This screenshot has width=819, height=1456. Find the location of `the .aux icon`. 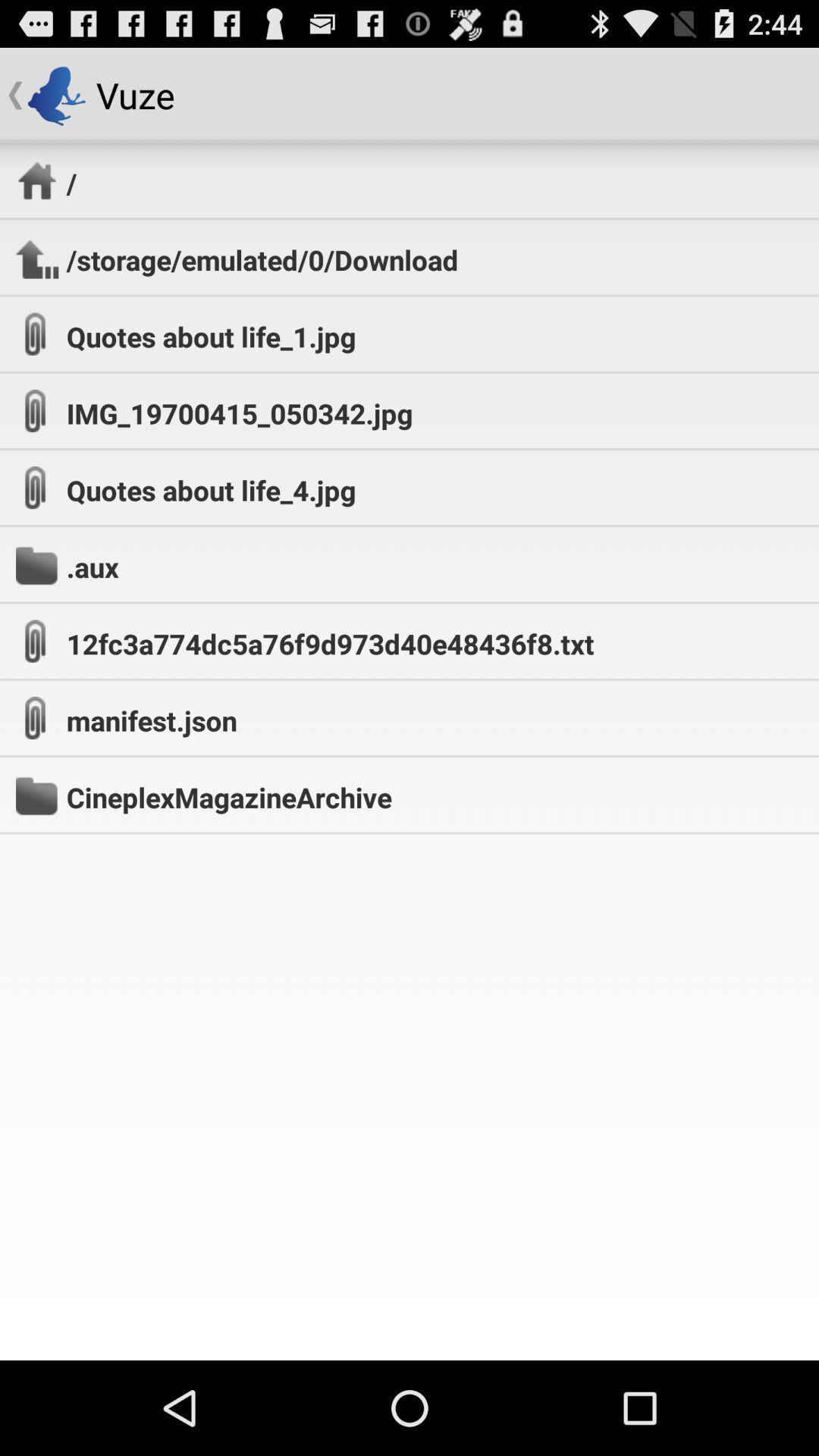

the .aux icon is located at coordinates (93, 566).